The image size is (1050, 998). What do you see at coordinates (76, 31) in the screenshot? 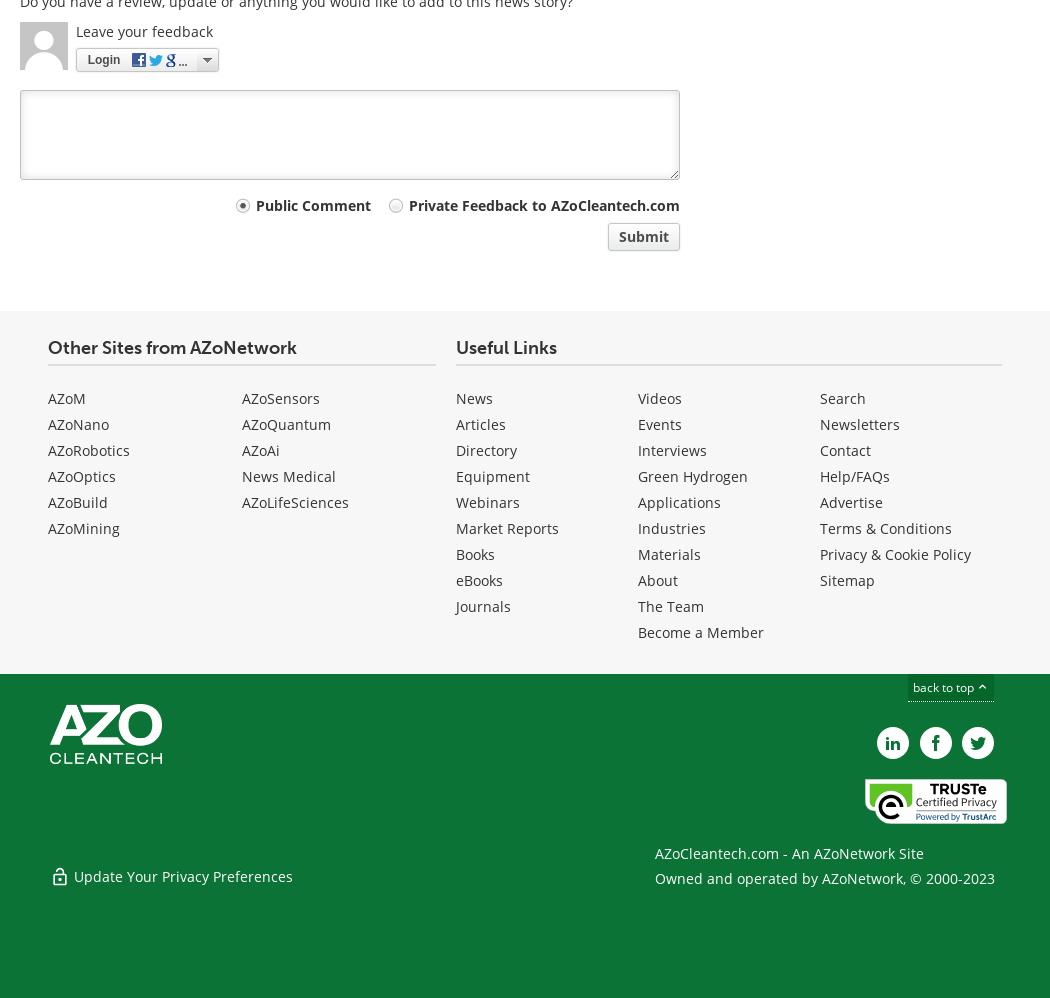
I see `'Leave your feedback'` at bounding box center [76, 31].